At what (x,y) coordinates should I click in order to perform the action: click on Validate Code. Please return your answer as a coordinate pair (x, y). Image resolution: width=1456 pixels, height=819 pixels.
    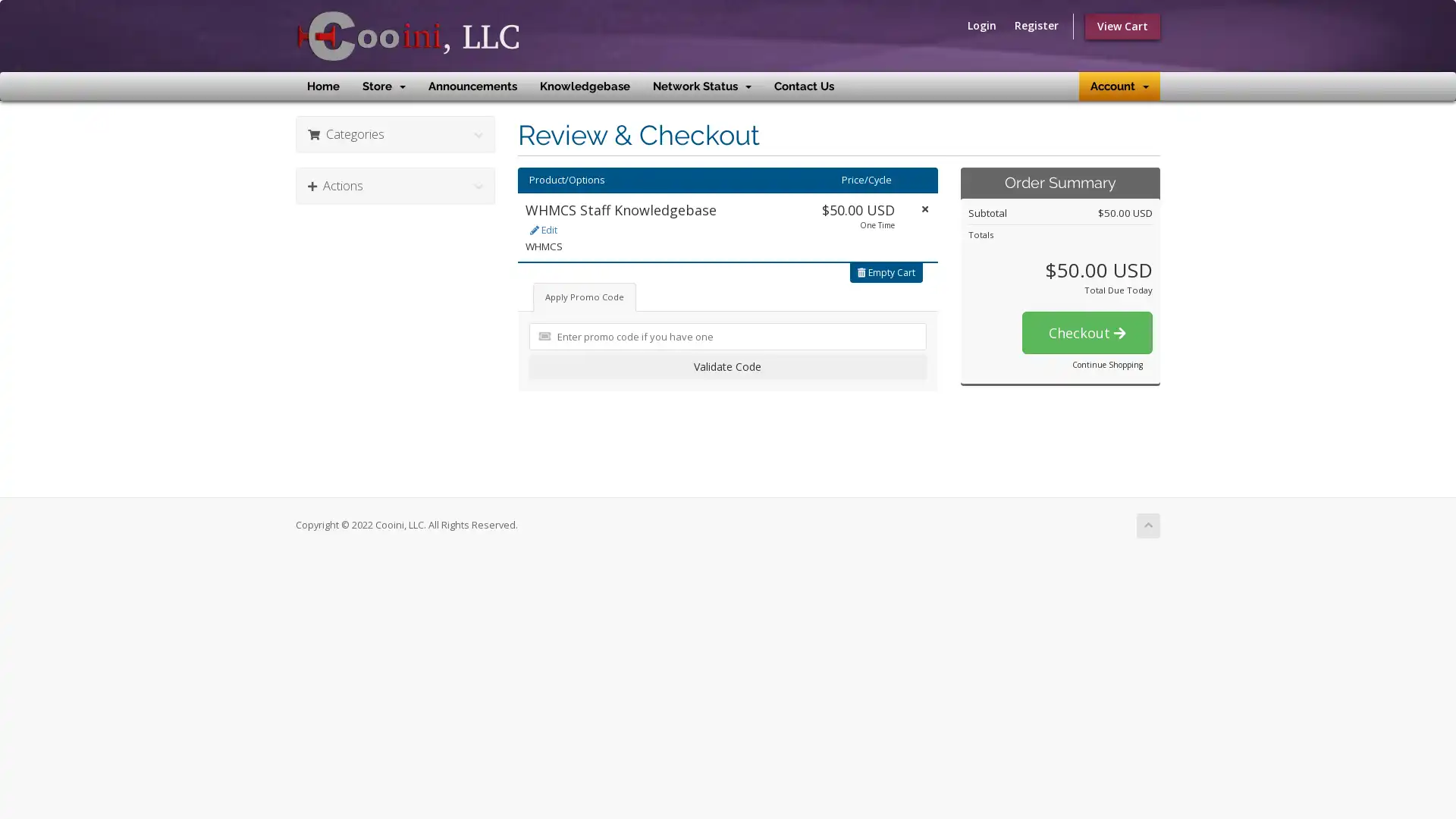
    Looking at the image, I should click on (726, 366).